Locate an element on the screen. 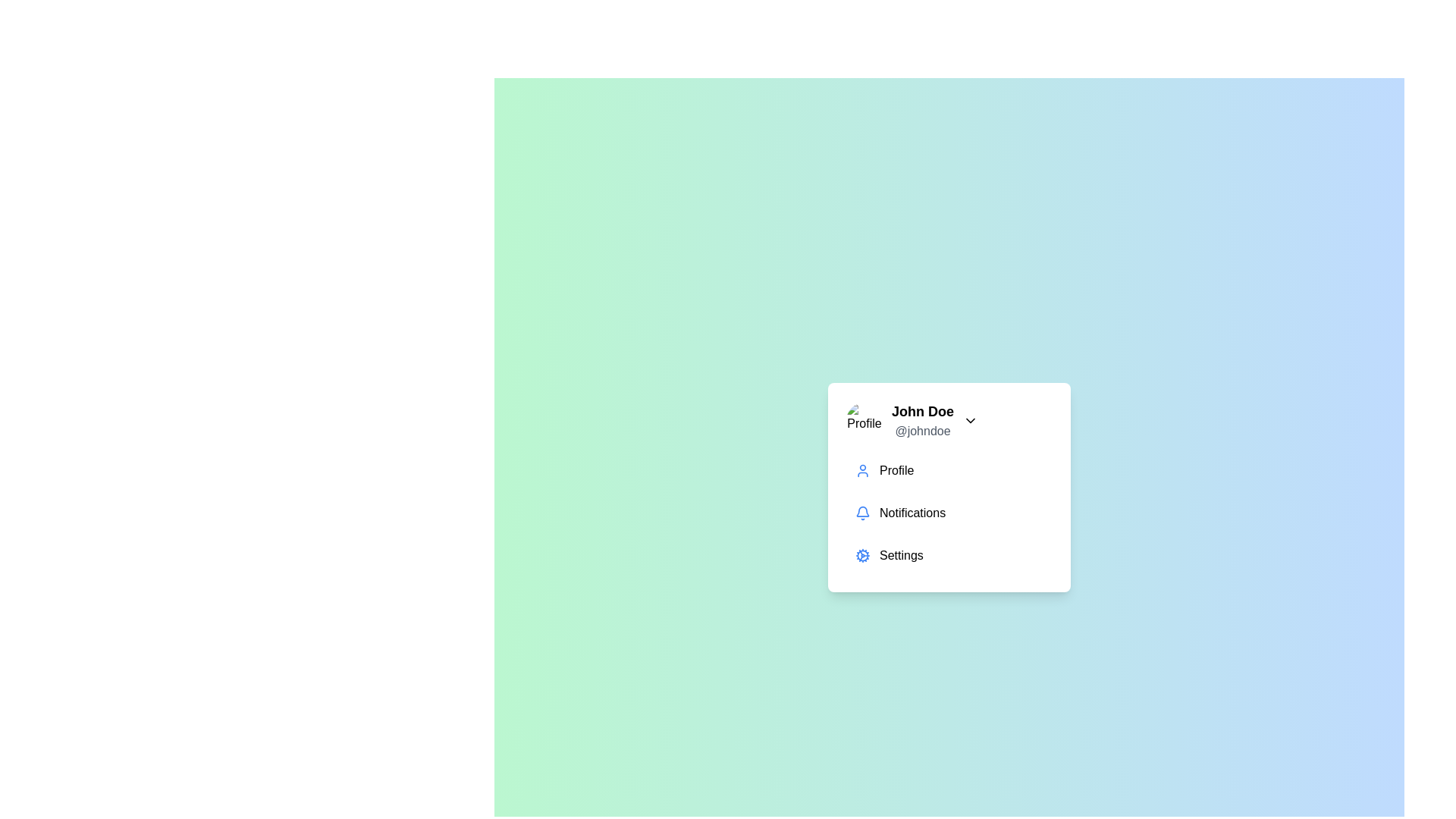 This screenshot has width=1456, height=819. the menu item Settings from the dropdown is located at coordinates (949, 555).